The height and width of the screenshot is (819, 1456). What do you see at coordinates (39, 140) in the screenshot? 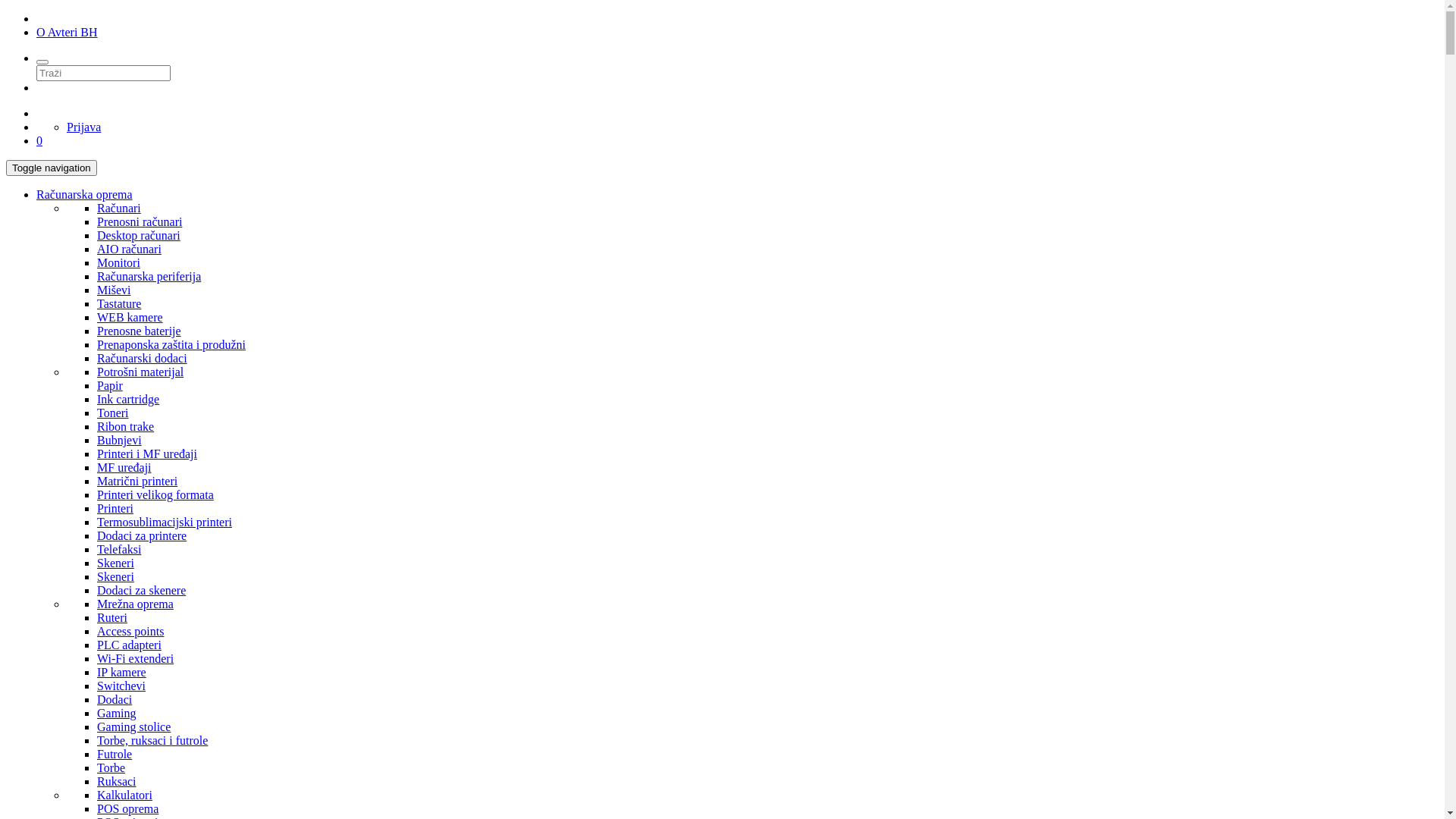
I see `'0'` at bounding box center [39, 140].